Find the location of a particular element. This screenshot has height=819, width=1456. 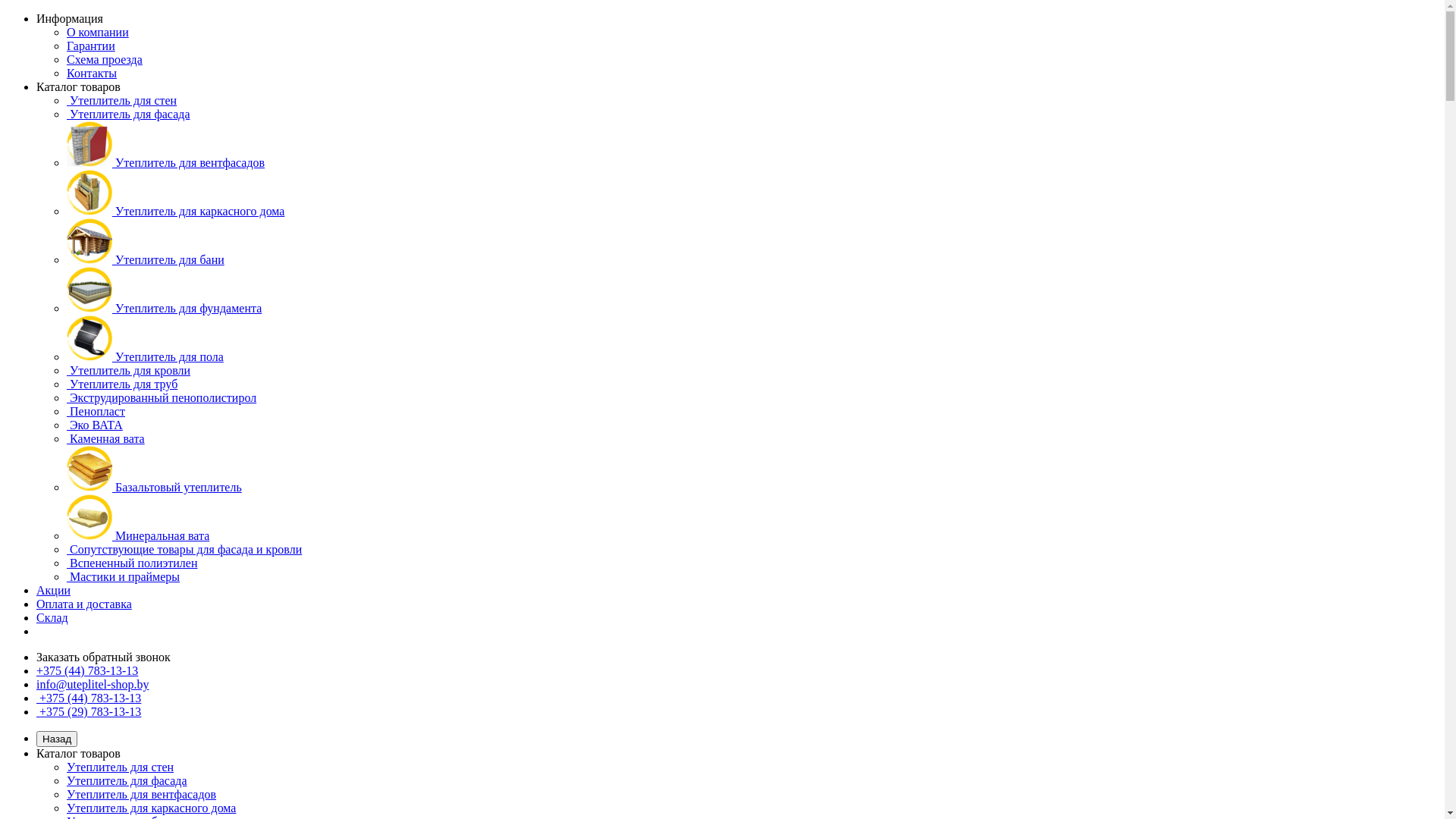

'info@uteplitel-shop.by' is located at coordinates (92, 684).